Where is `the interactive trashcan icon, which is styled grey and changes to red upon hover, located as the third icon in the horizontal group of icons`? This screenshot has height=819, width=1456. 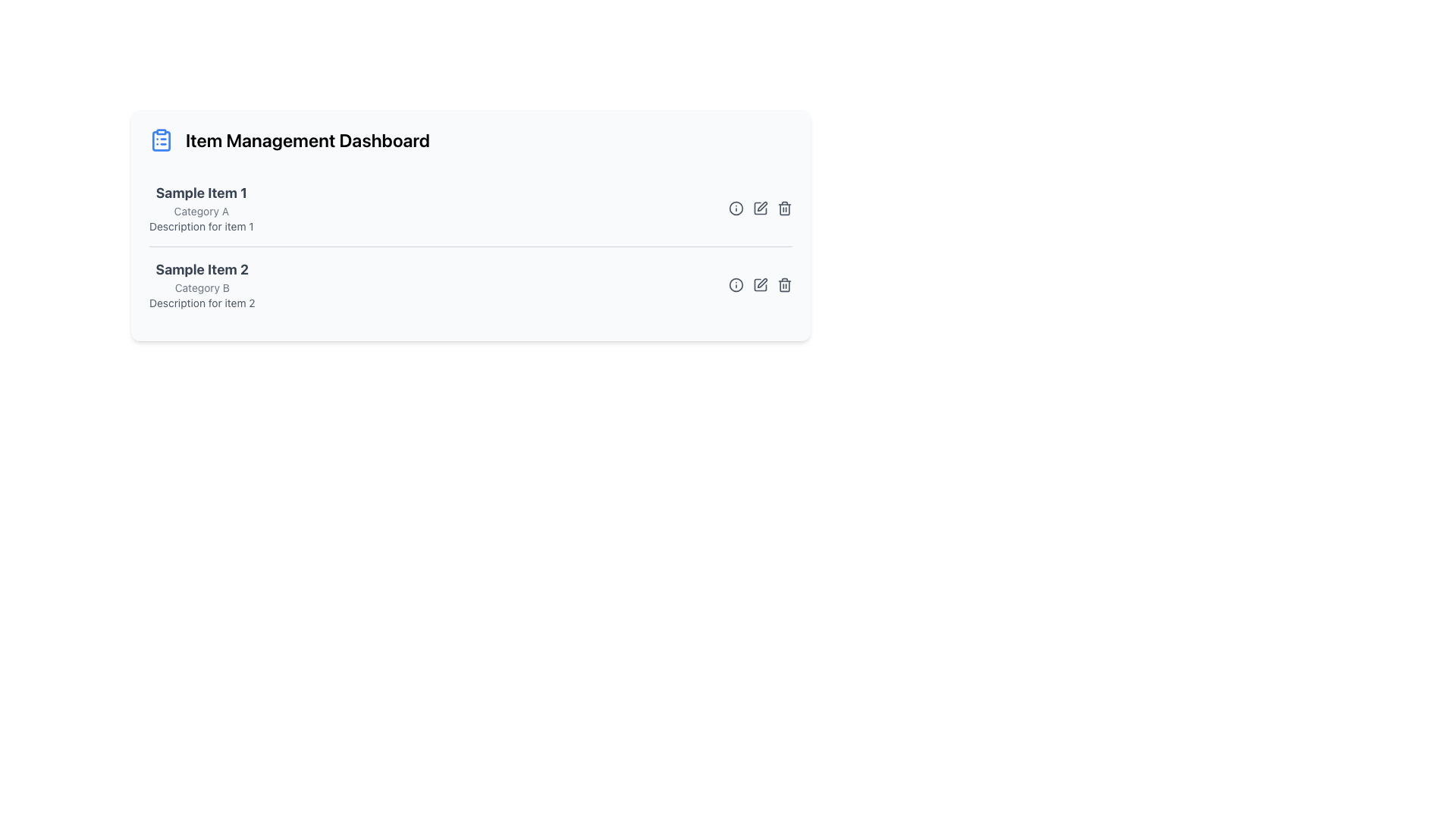 the interactive trashcan icon, which is styled grey and changes to red upon hover, located as the third icon in the horizontal group of icons is located at coordinates (785, 284).